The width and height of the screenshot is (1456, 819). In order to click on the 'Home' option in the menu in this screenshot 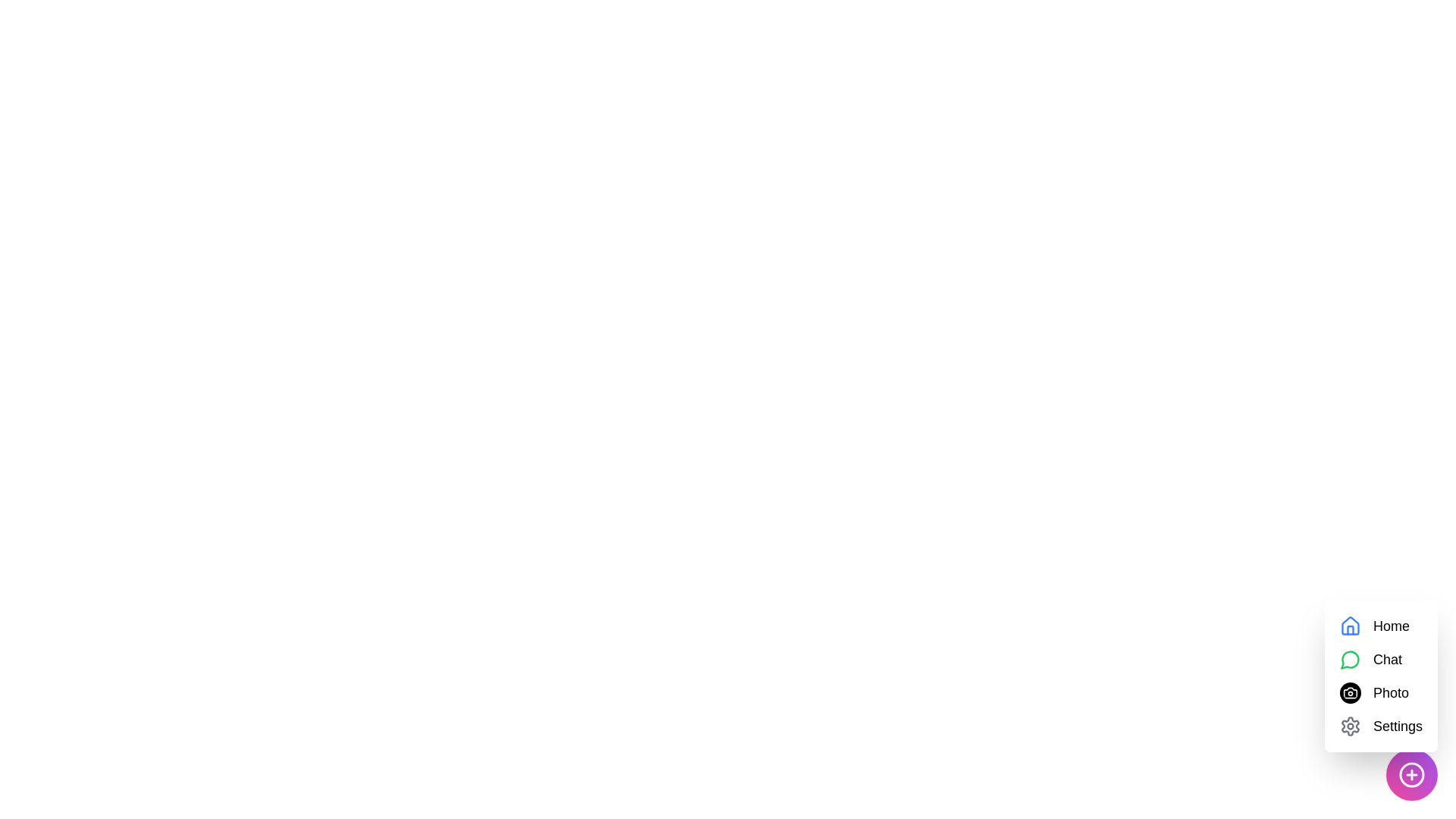, I will do `click(1391, 626)`.